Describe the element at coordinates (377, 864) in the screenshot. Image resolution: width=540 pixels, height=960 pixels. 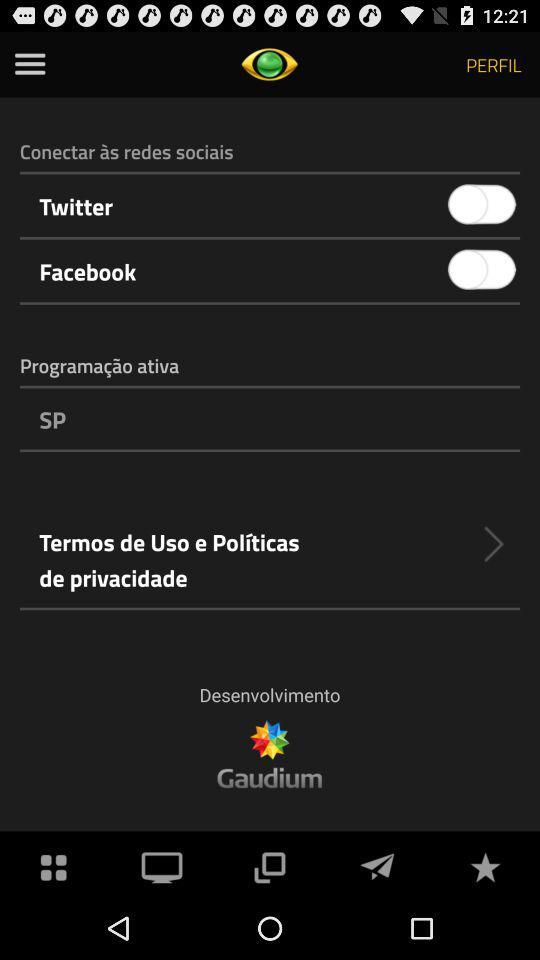
I see `app below desenvolvimento` at that location.